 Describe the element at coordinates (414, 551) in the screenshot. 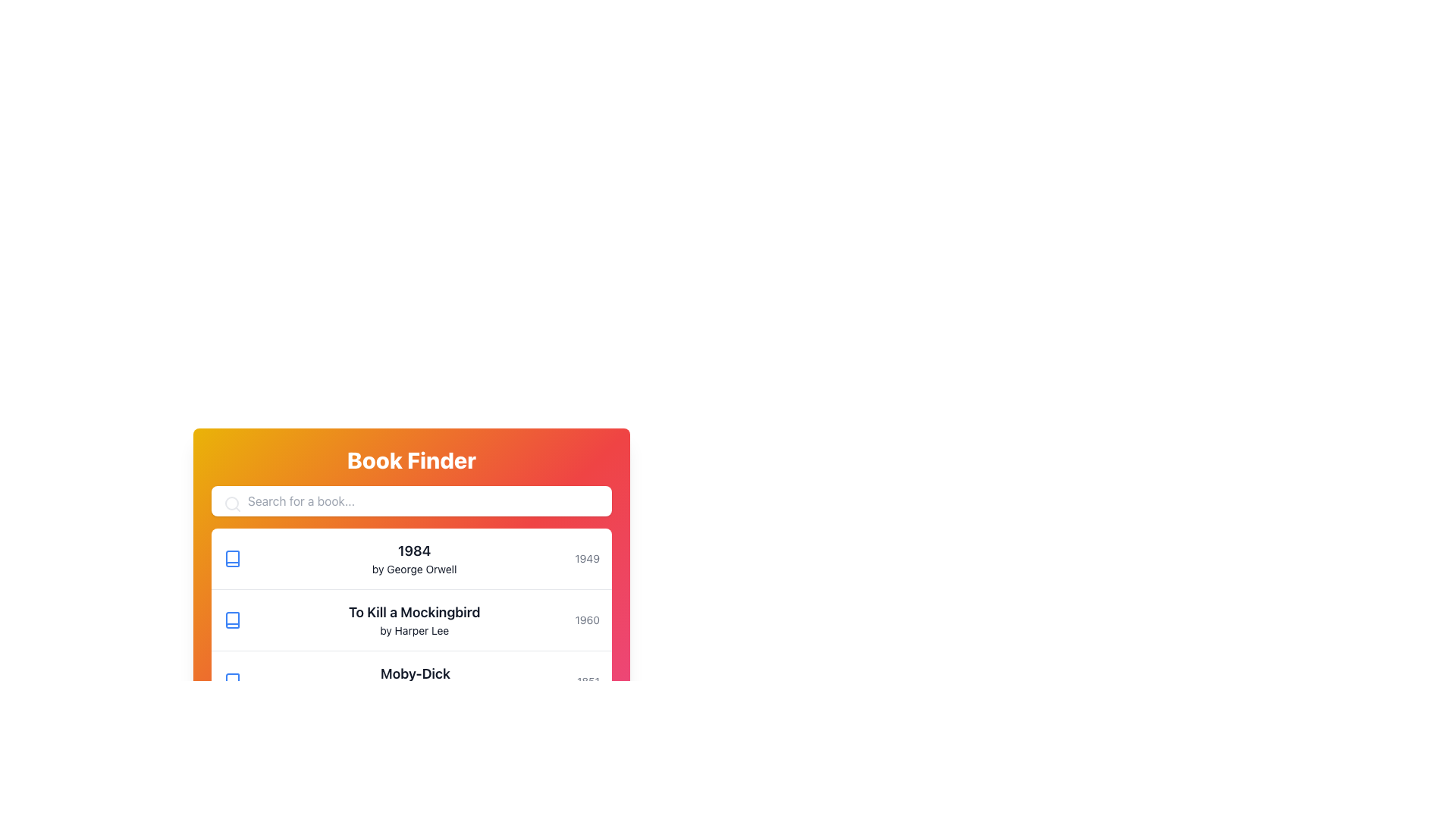

I see `the text label displaying '1984' in a large and bold font, which is part of the first book entry in the book search application` at that location.